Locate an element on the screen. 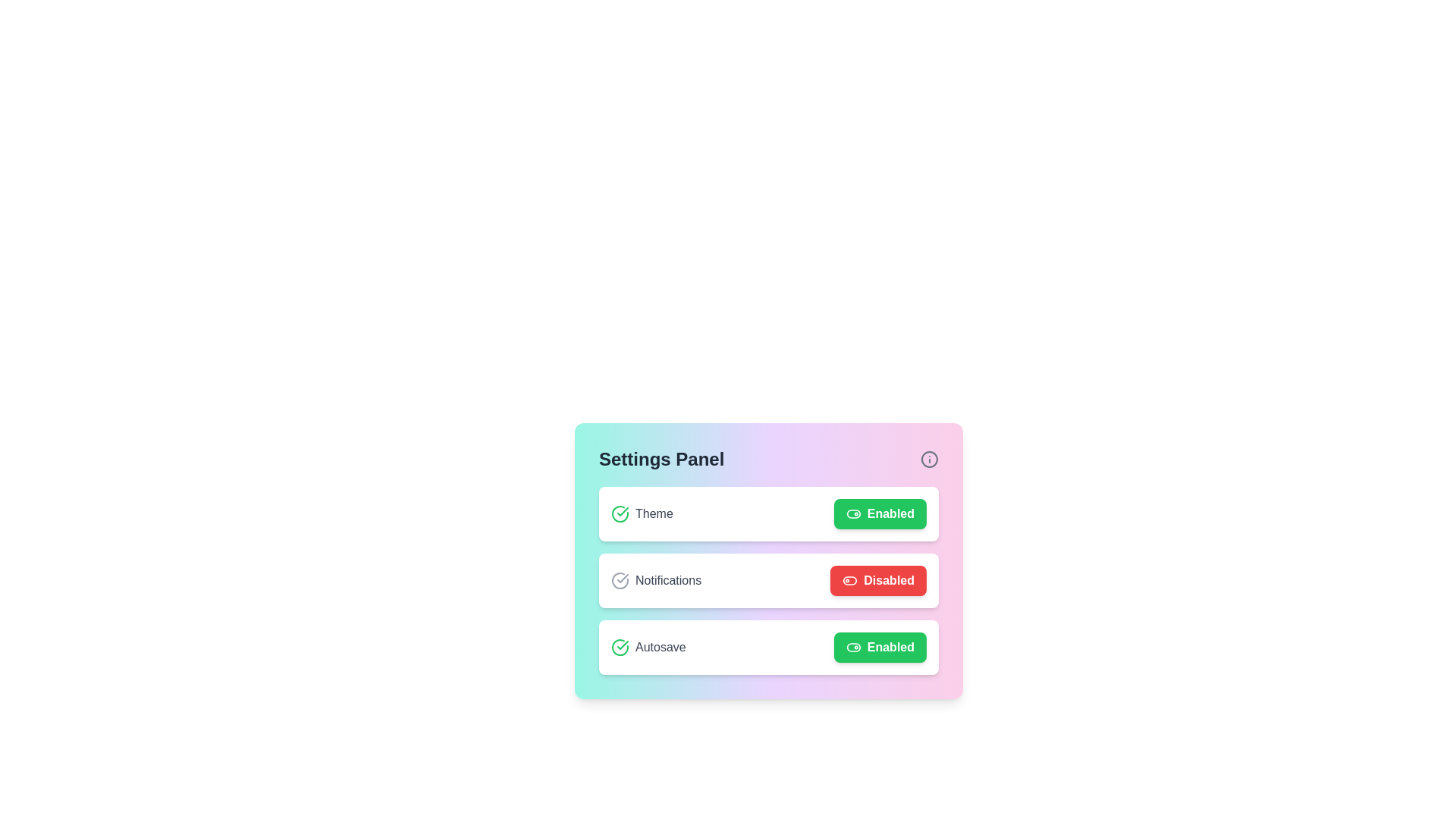  the setting item Notifications is located at coordinates (768, 580).